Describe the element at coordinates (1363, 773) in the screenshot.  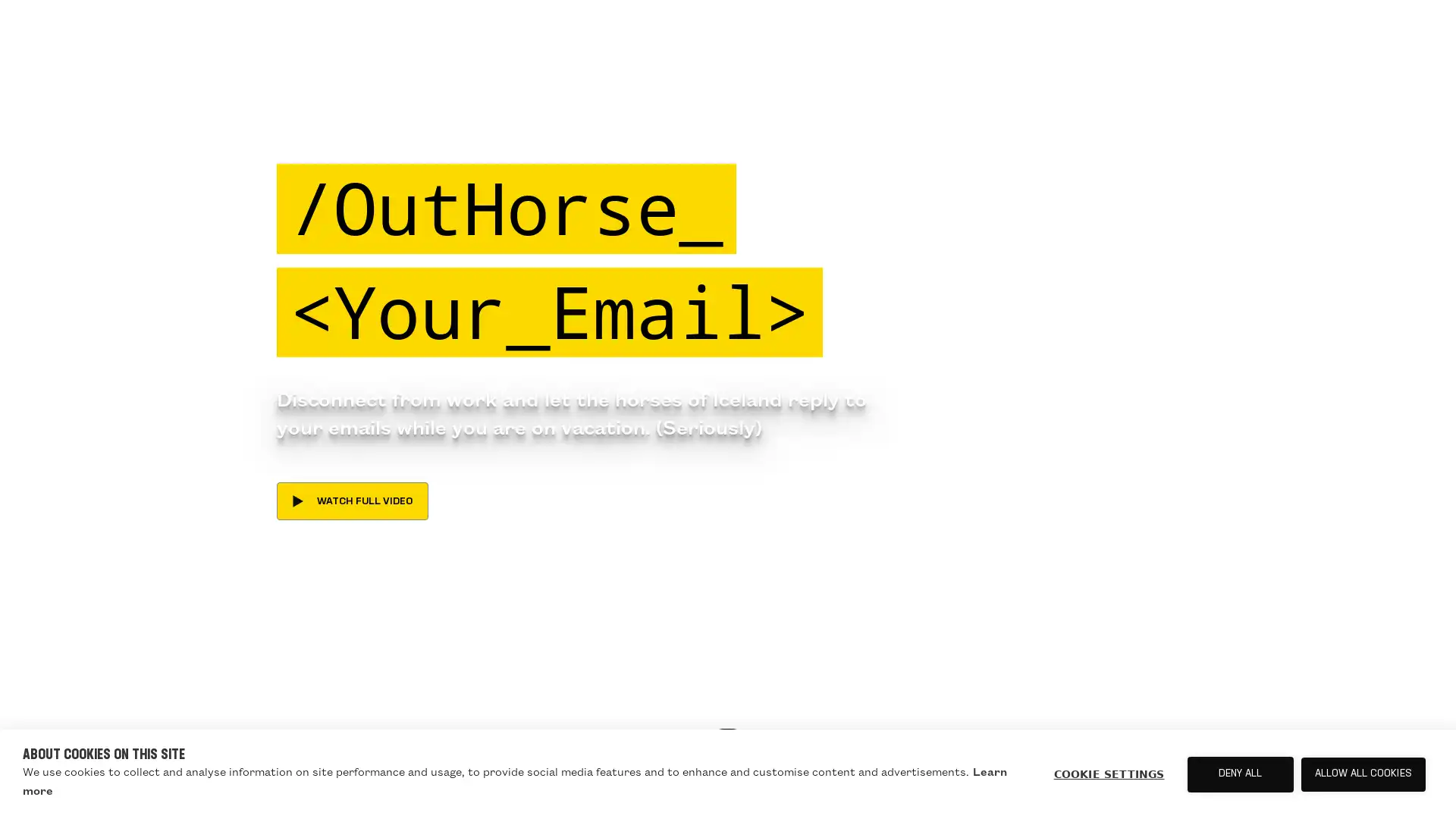
I see `ALLOW ALL COOKIES` at that location.